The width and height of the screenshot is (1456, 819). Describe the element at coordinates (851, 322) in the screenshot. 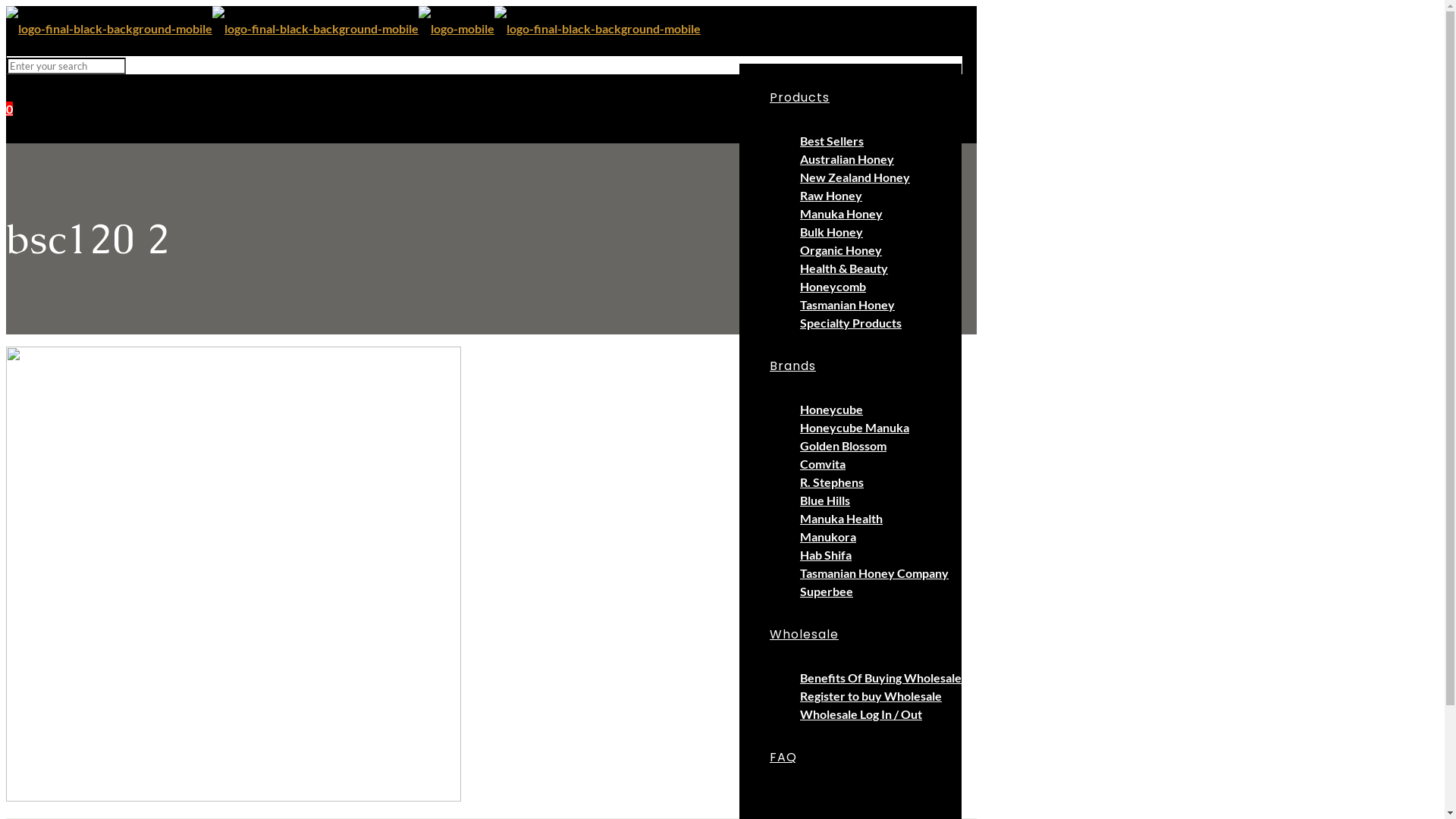

I see `'Specialty Products'` at that location.